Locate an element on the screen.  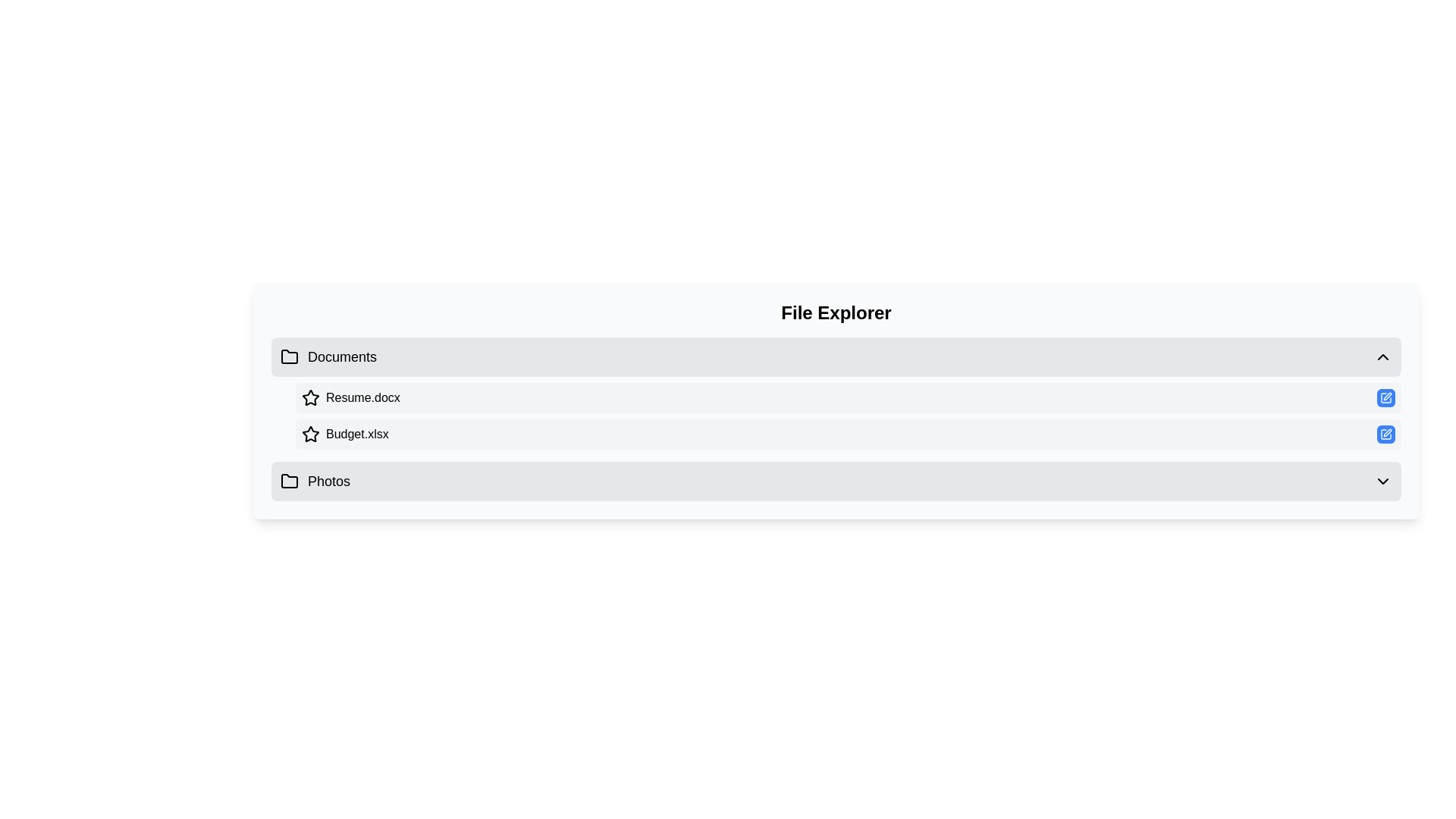
the folder icon located to the left of the 'Photos' label in the file explorer interface is located at coordinates (290, 482).